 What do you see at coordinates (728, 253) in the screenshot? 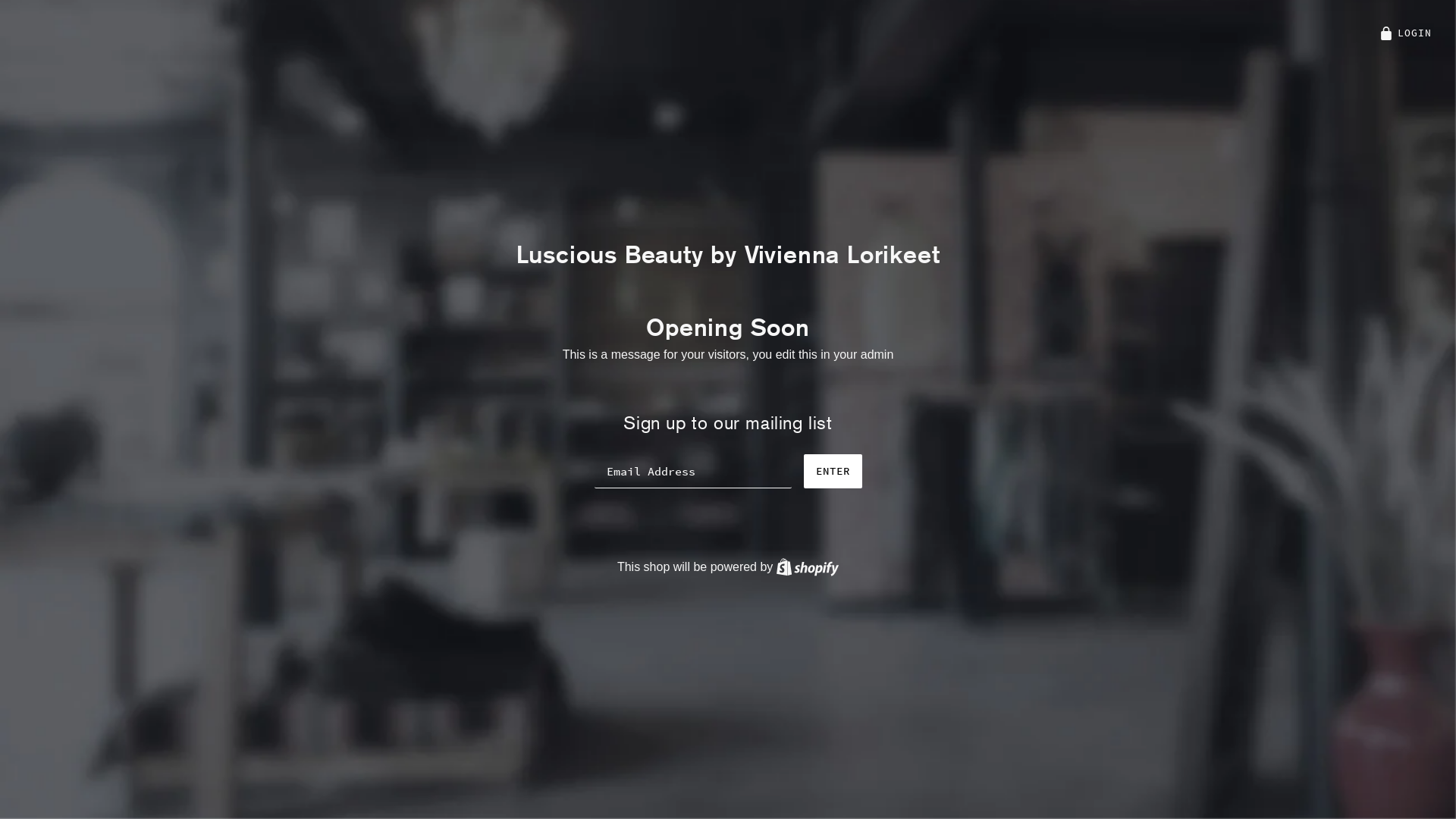
I see `'Luscious Beauty by Vivienna Lorikeet'` at bounding box center [728, 253].